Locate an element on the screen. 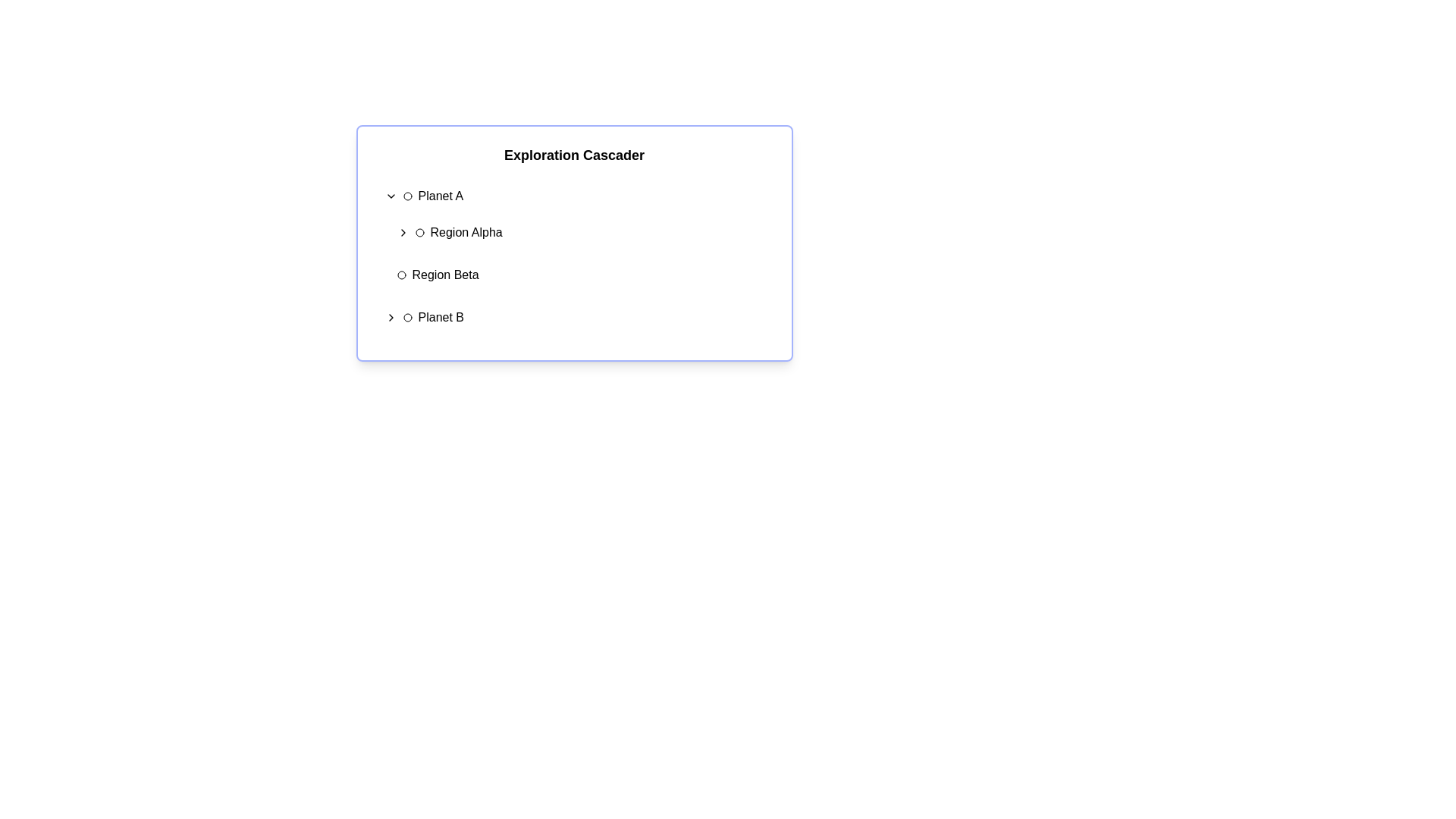  the Chevron Icon located at the leftmost side of the 'Planet A' component is located at coordinates (391, 195).